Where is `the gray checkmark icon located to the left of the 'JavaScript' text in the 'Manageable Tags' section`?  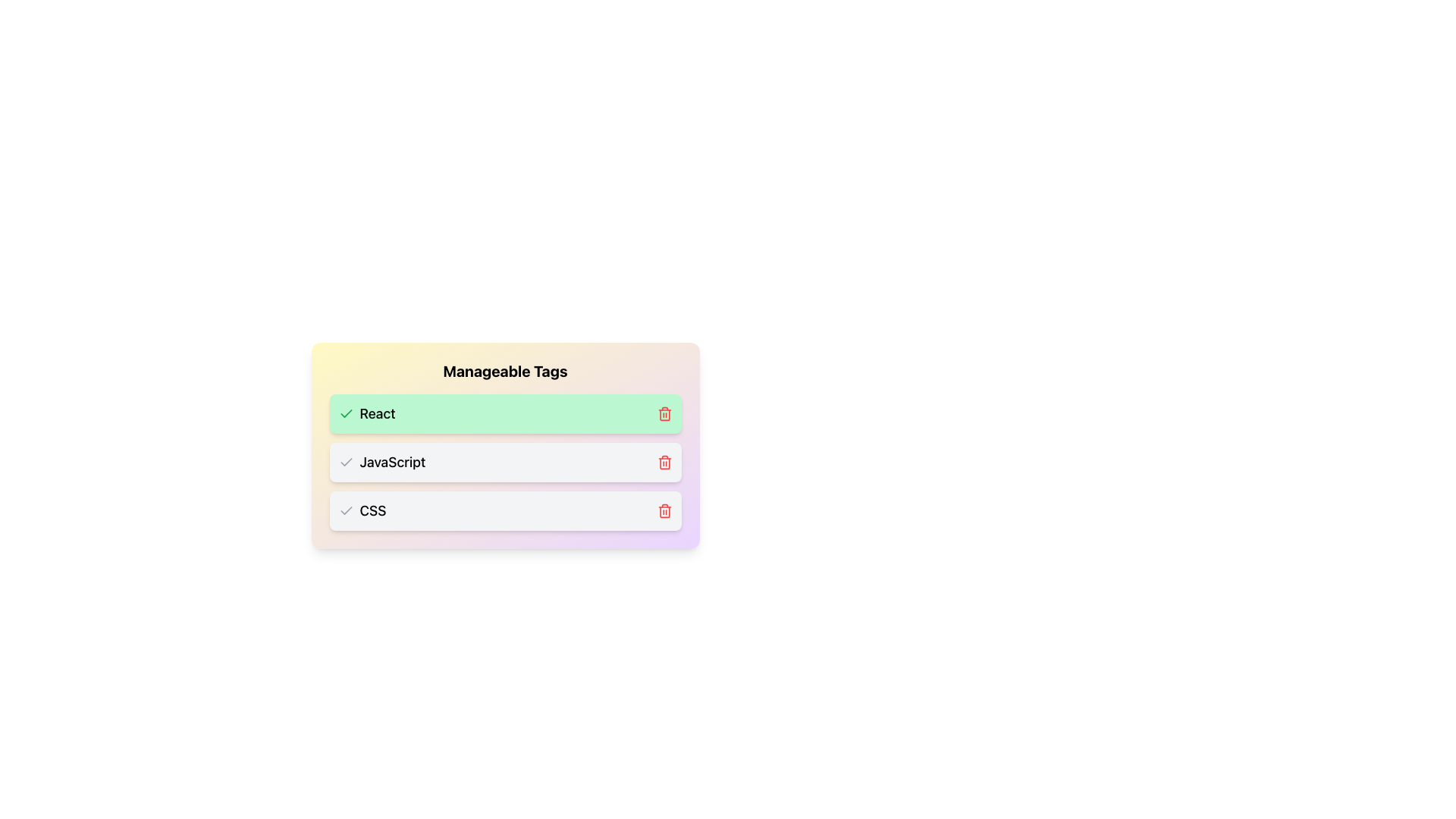 the gray checkmark icon located to the left of the 'JavaScript' text in the 'Manageable Tags' section is located at coordinates (345, 461).